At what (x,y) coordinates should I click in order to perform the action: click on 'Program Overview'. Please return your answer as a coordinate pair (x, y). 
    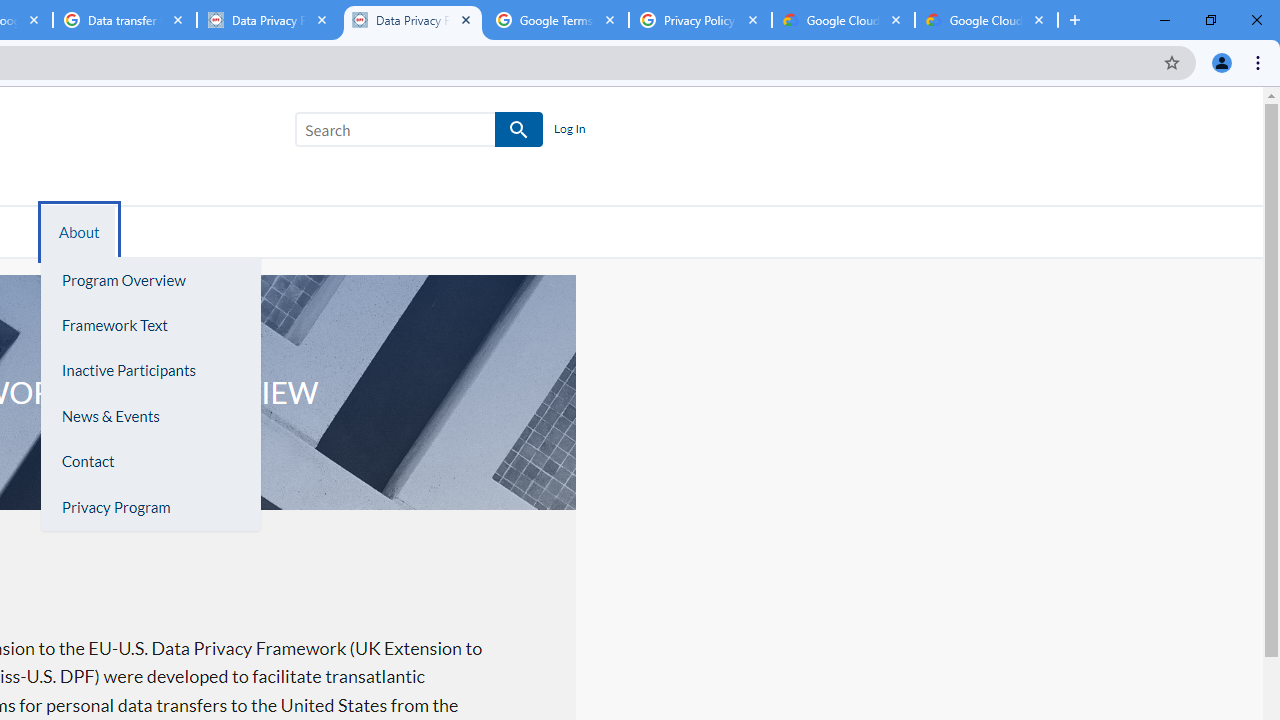
    Looking at the image, I should click on (149, 280).